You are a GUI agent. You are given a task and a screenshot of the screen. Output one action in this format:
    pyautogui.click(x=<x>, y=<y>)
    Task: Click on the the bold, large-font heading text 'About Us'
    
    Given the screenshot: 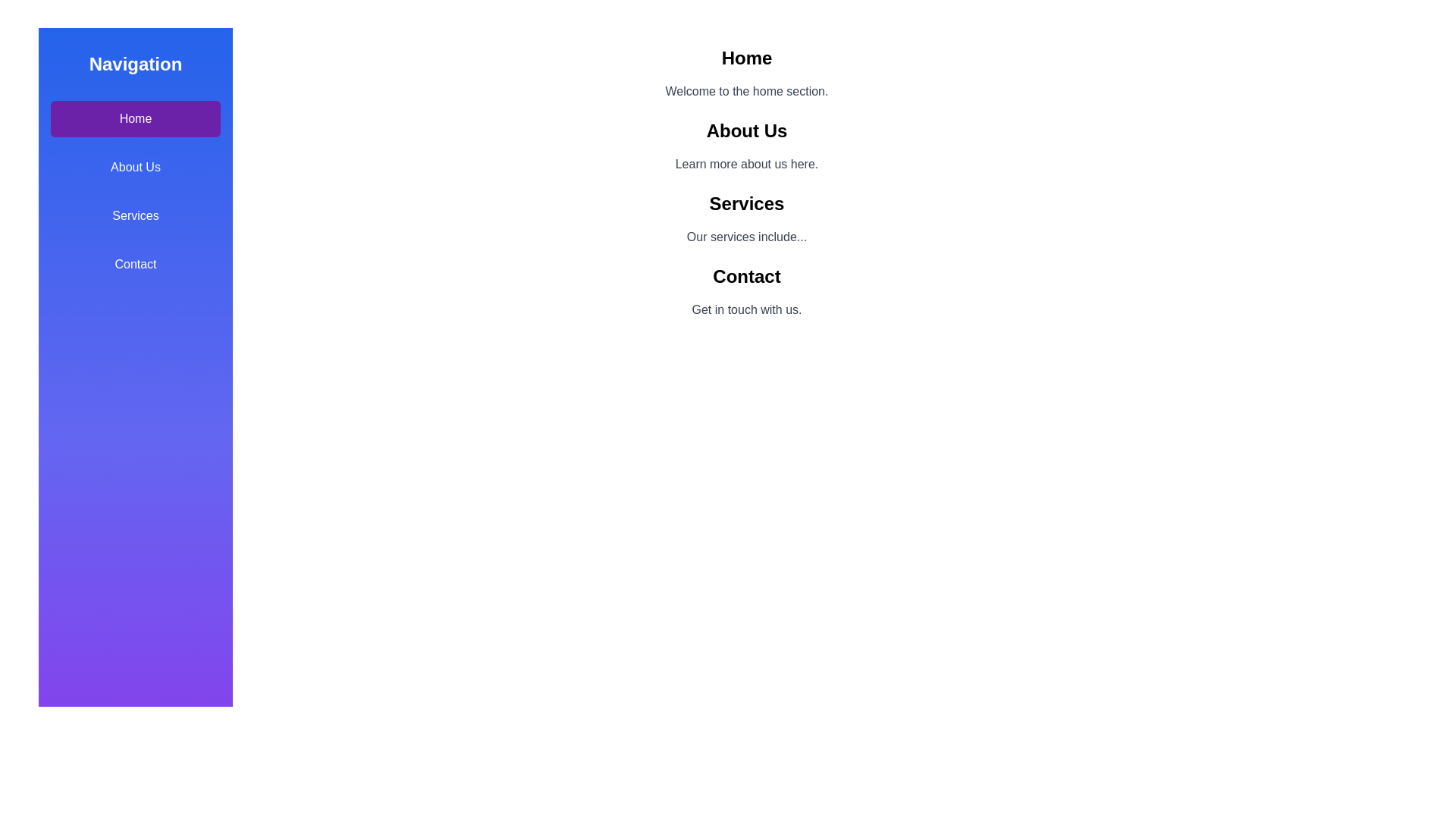 What is the action you would take?
    pyautogui.click(x=746, y=130)
    